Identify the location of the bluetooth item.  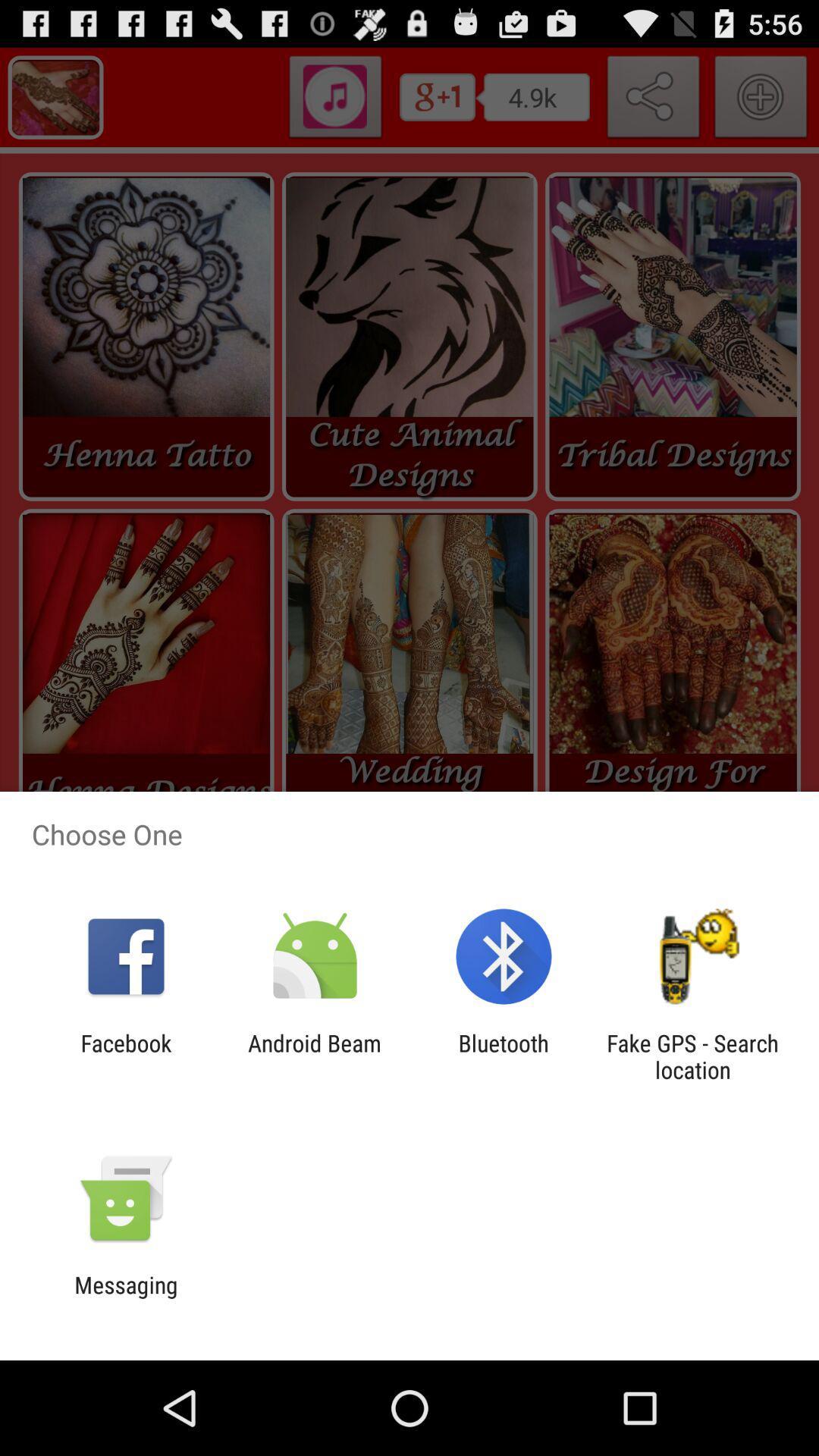
(504, 1056).